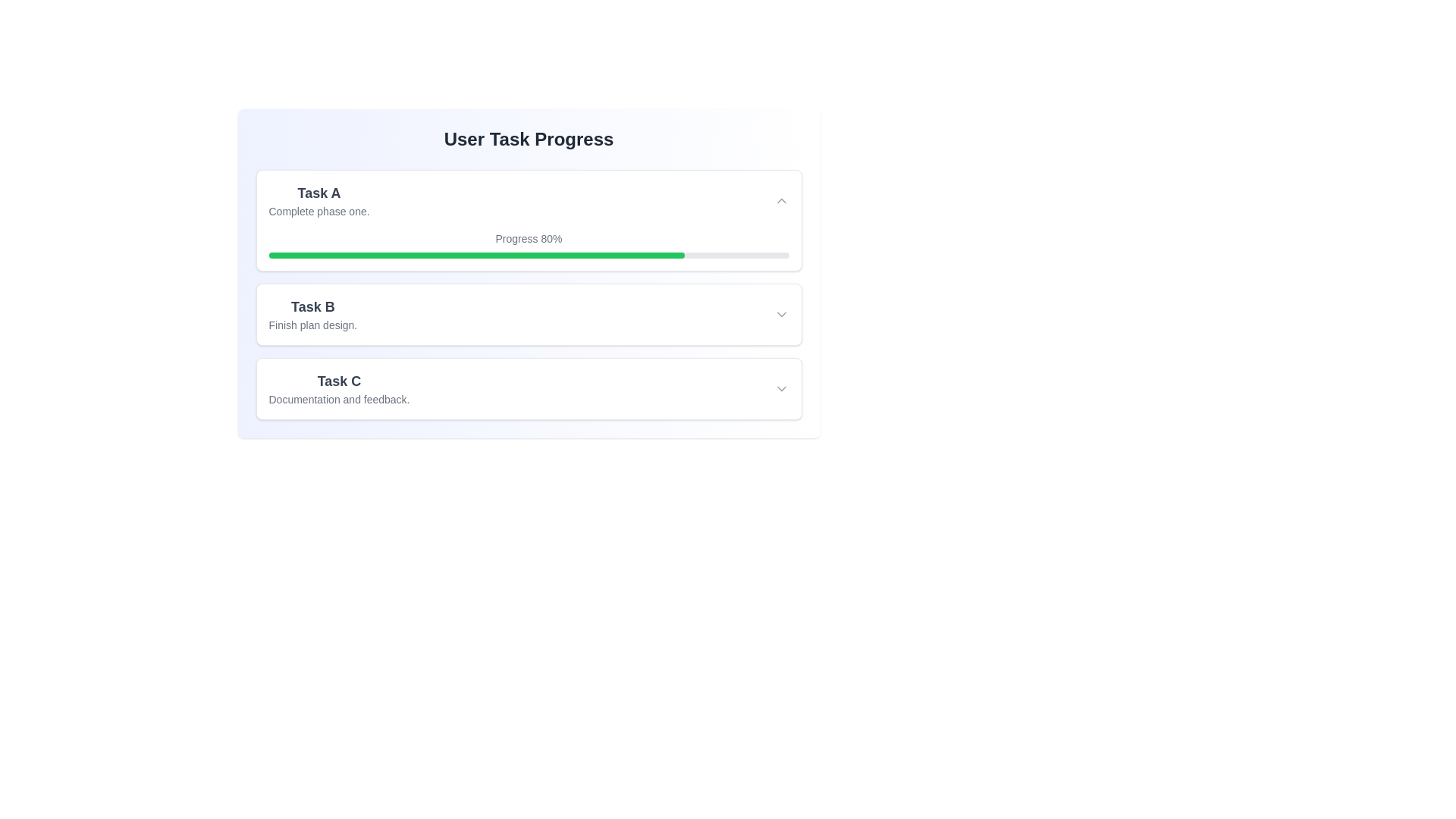 Image resolution: width=1456 pixels, height=819 pixels. I want to click on text of the label displaying the title and description of 'Task C', which is located in the bottommost segment of the vertical list under 'User Task Progress', so click(338, 388).